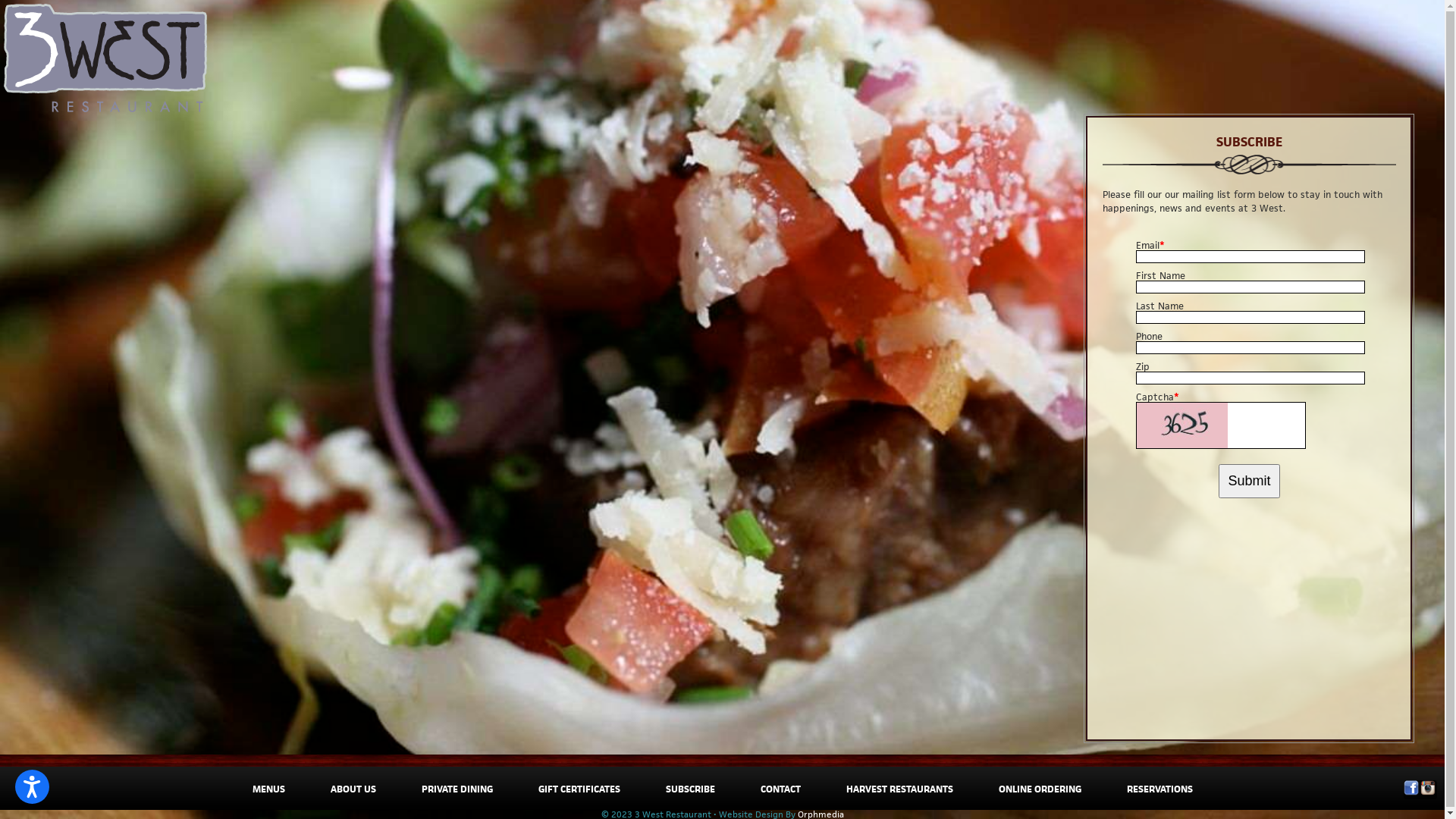  Describe the element at coordinates (1426, 791) in the screenshot. I see `'Instagram'` at that location.